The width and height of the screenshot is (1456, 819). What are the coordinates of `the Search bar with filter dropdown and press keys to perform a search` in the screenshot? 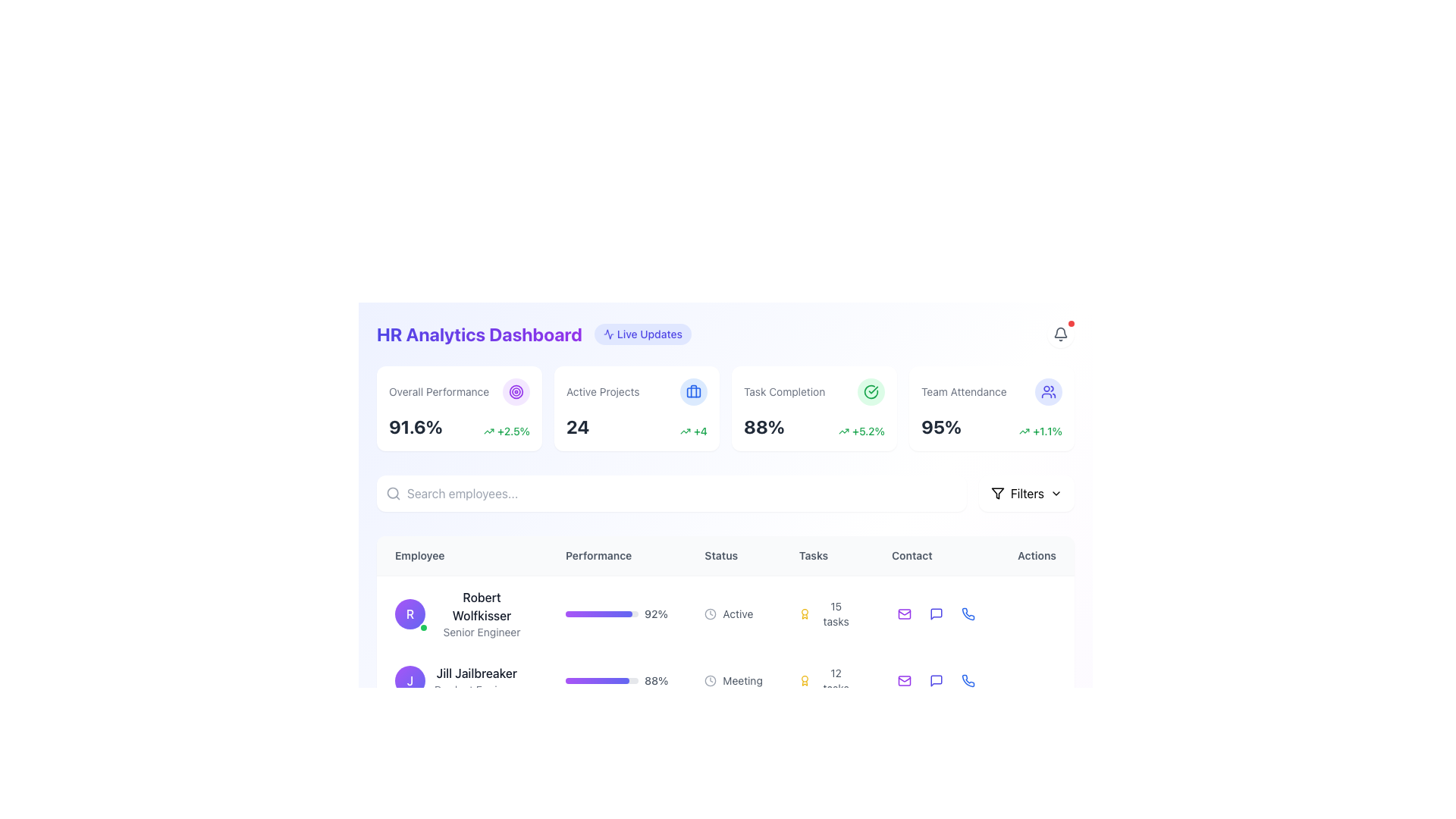 It's located at (724, 494).